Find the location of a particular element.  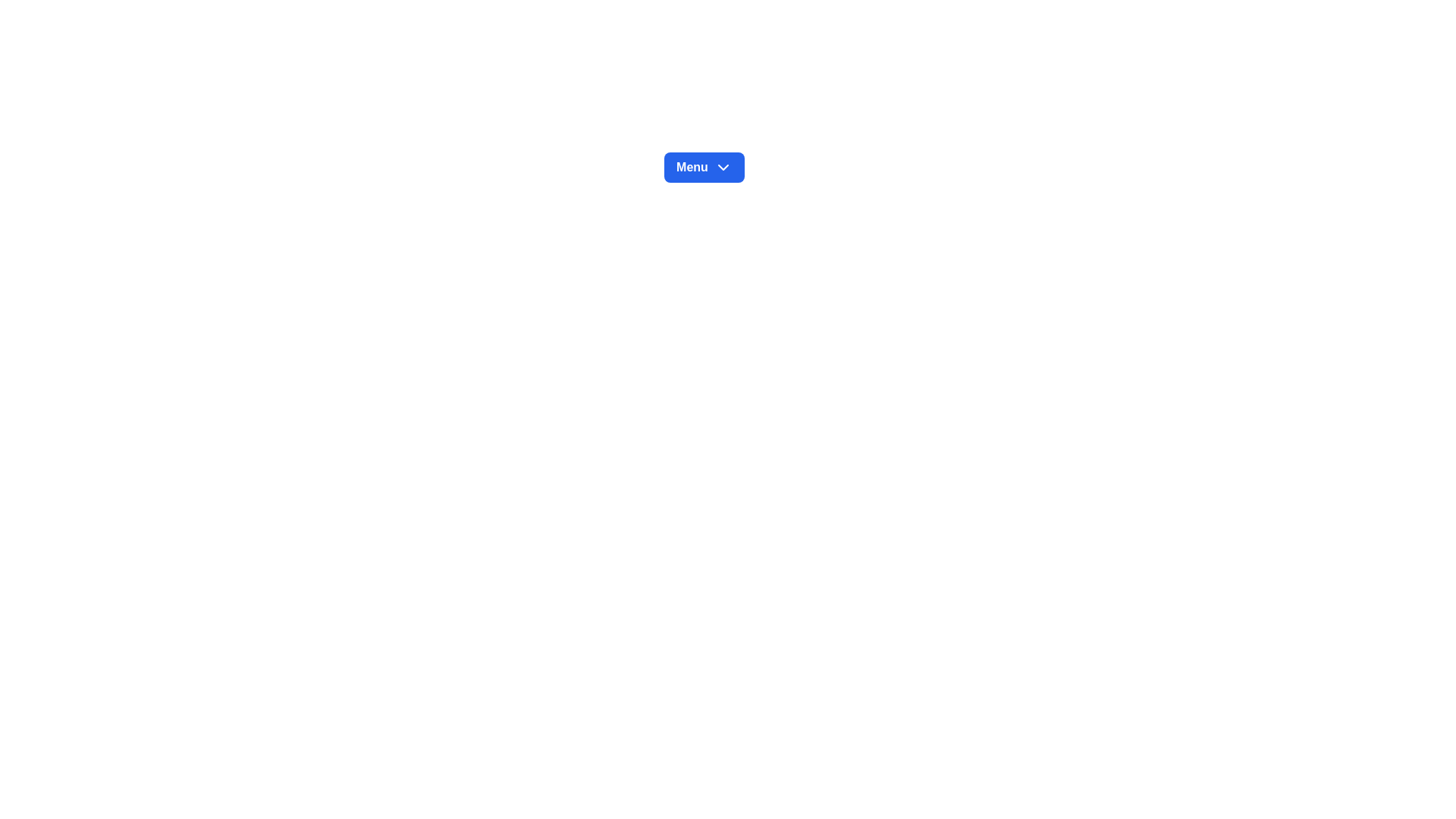

the downward-pointing chevron icon located to the right of the 'Menu' button is located at coordinates (722, 167).